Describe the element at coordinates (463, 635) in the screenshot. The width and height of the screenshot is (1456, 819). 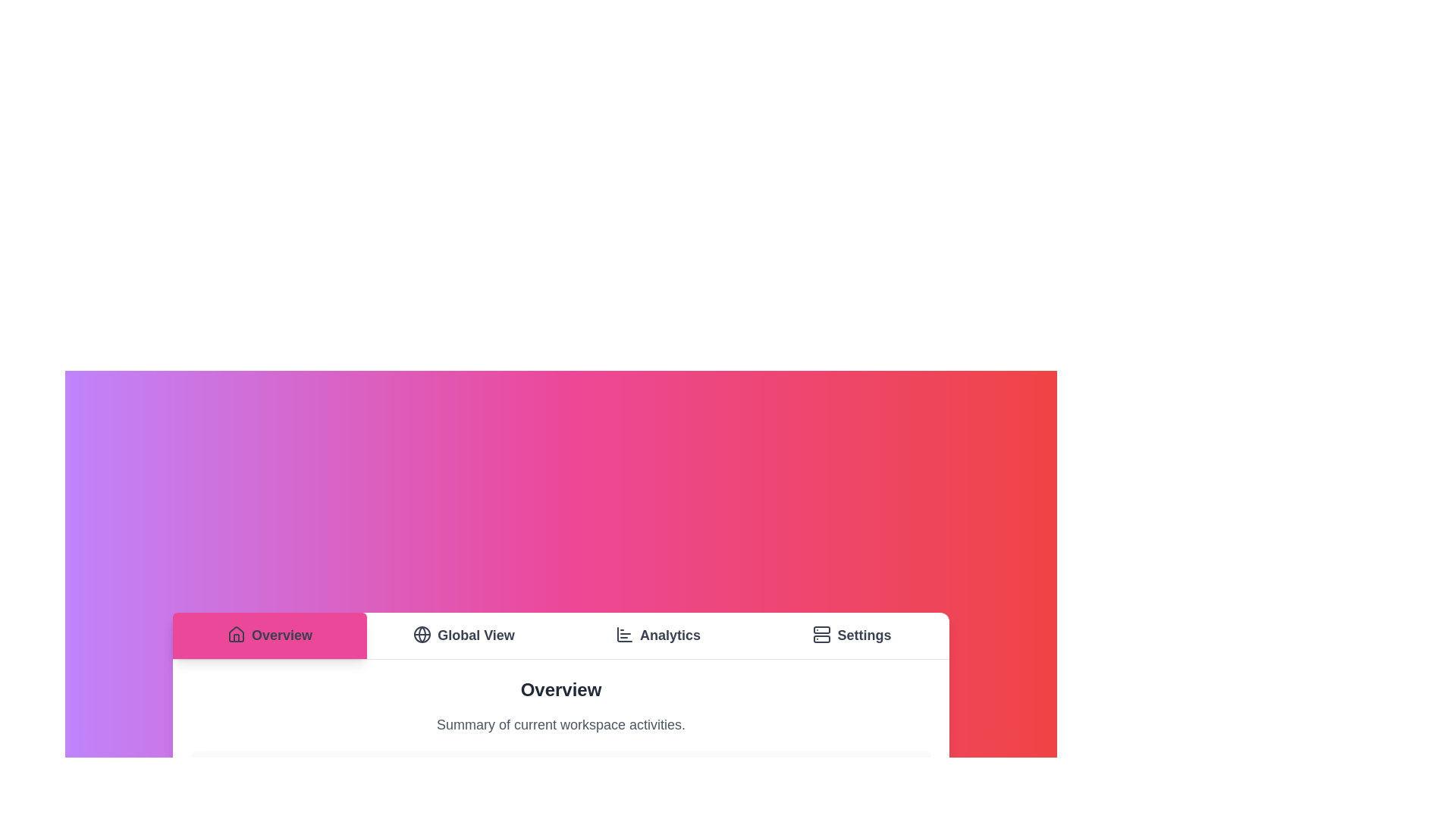
I see `the Global View tab by clicking on it` at that location.